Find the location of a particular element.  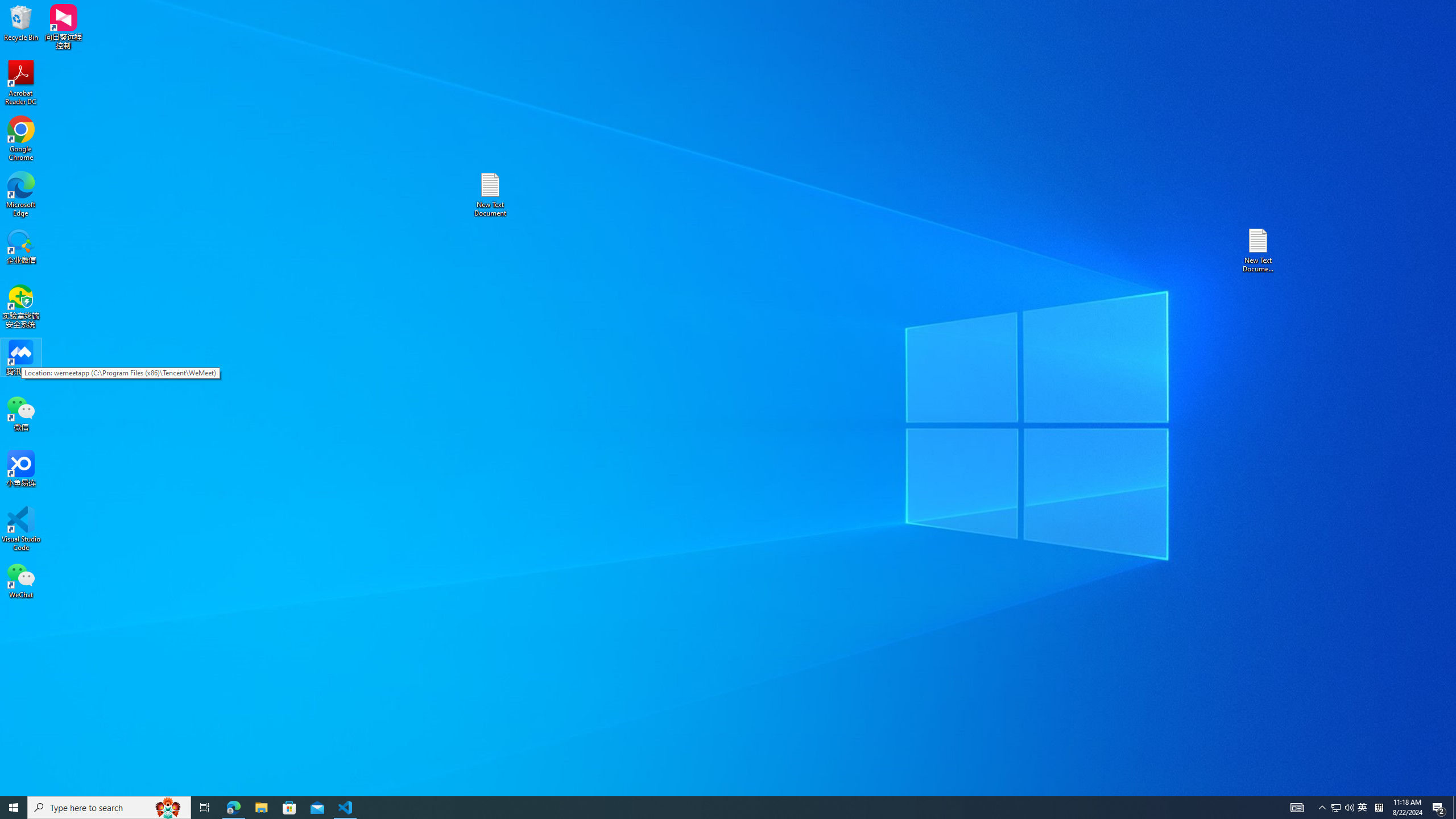

'New Text Document (2)' is located at coordinates (1259, 249).